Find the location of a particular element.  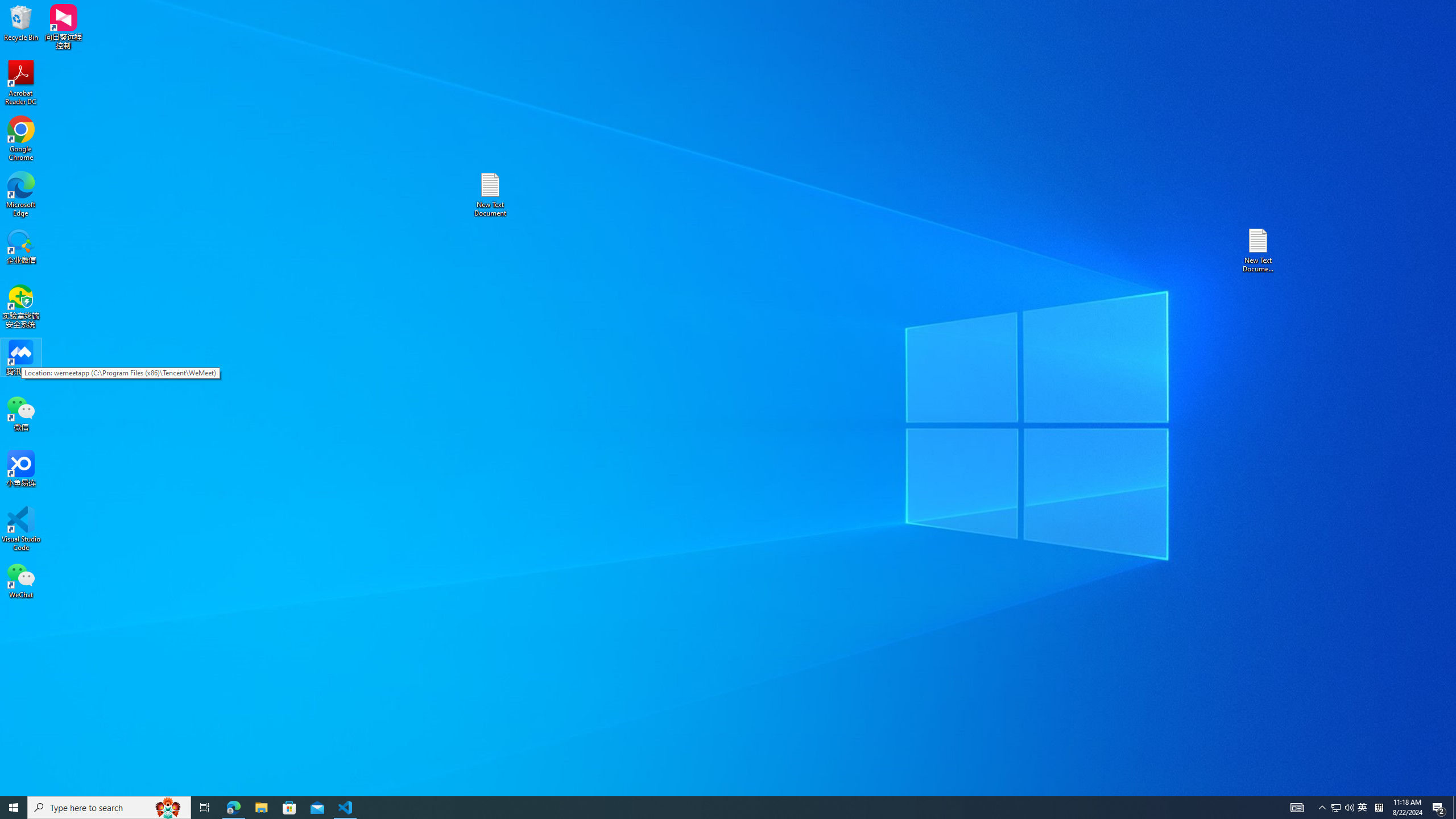

'New Text Document (2)' is located at coordinates (1259, 249).